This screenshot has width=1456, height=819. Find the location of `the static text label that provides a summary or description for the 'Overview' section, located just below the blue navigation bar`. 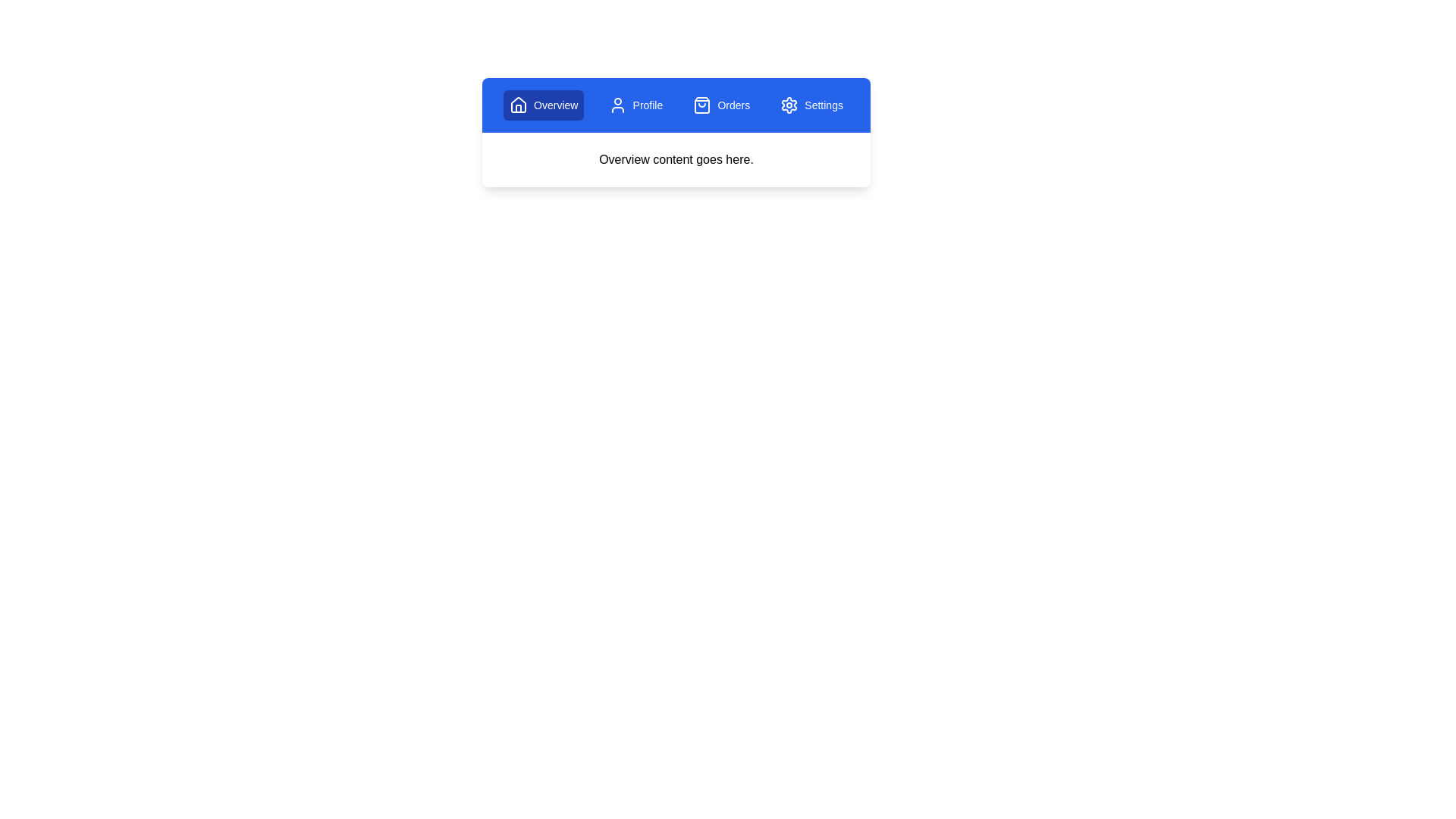

the static text label that provides a summary or description for the 'Overview' section, located just below the blue navigation bar is located at coordinates (676, 160).